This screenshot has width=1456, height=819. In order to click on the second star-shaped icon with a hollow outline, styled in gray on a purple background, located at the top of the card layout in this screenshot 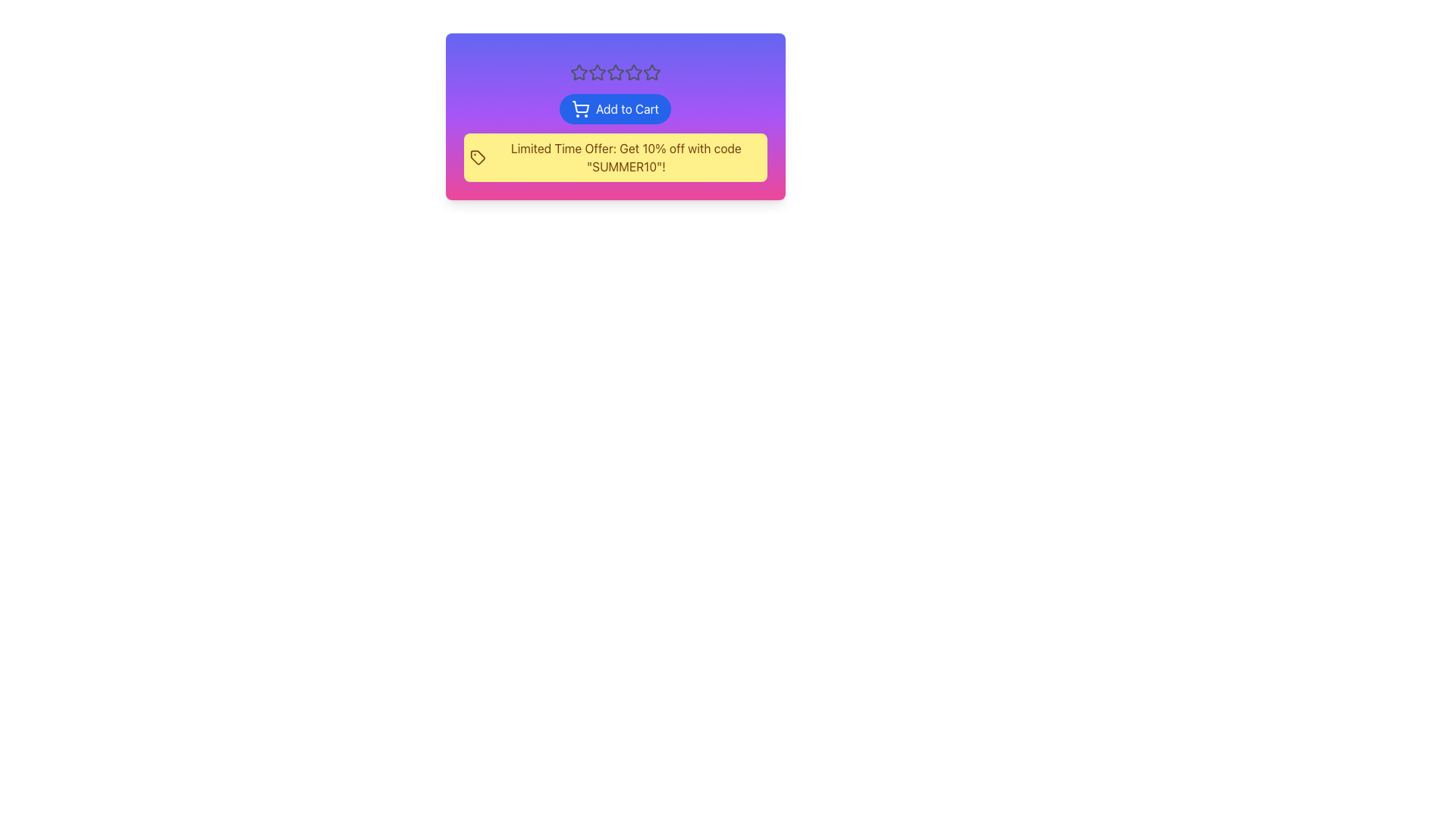, I will do `click(615, 72)`.